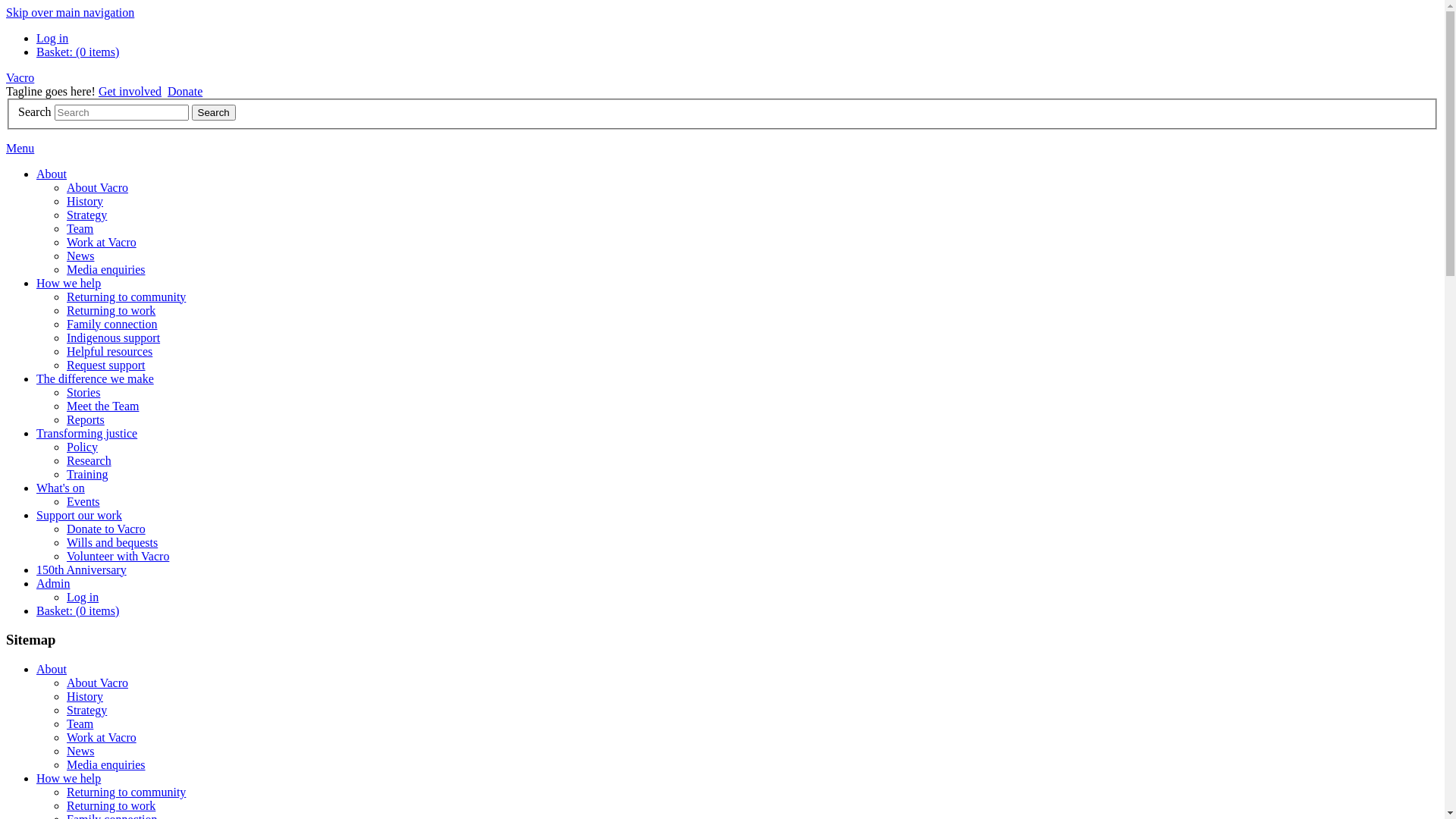 The height and width of the screenshot is (819, 1456). I want to click on 'The difference we make', so click(36, 378).